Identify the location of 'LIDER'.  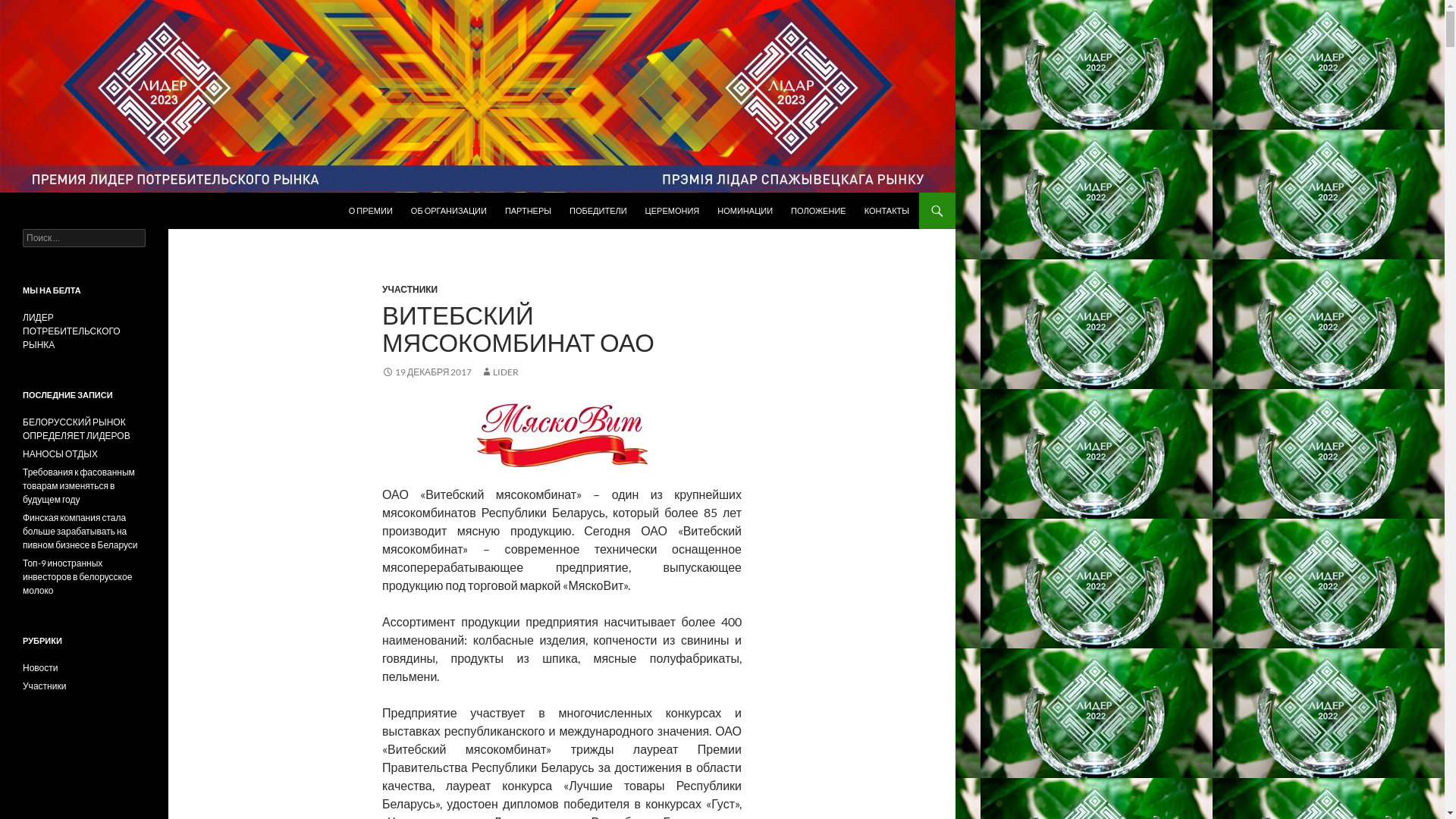
(479, 372).